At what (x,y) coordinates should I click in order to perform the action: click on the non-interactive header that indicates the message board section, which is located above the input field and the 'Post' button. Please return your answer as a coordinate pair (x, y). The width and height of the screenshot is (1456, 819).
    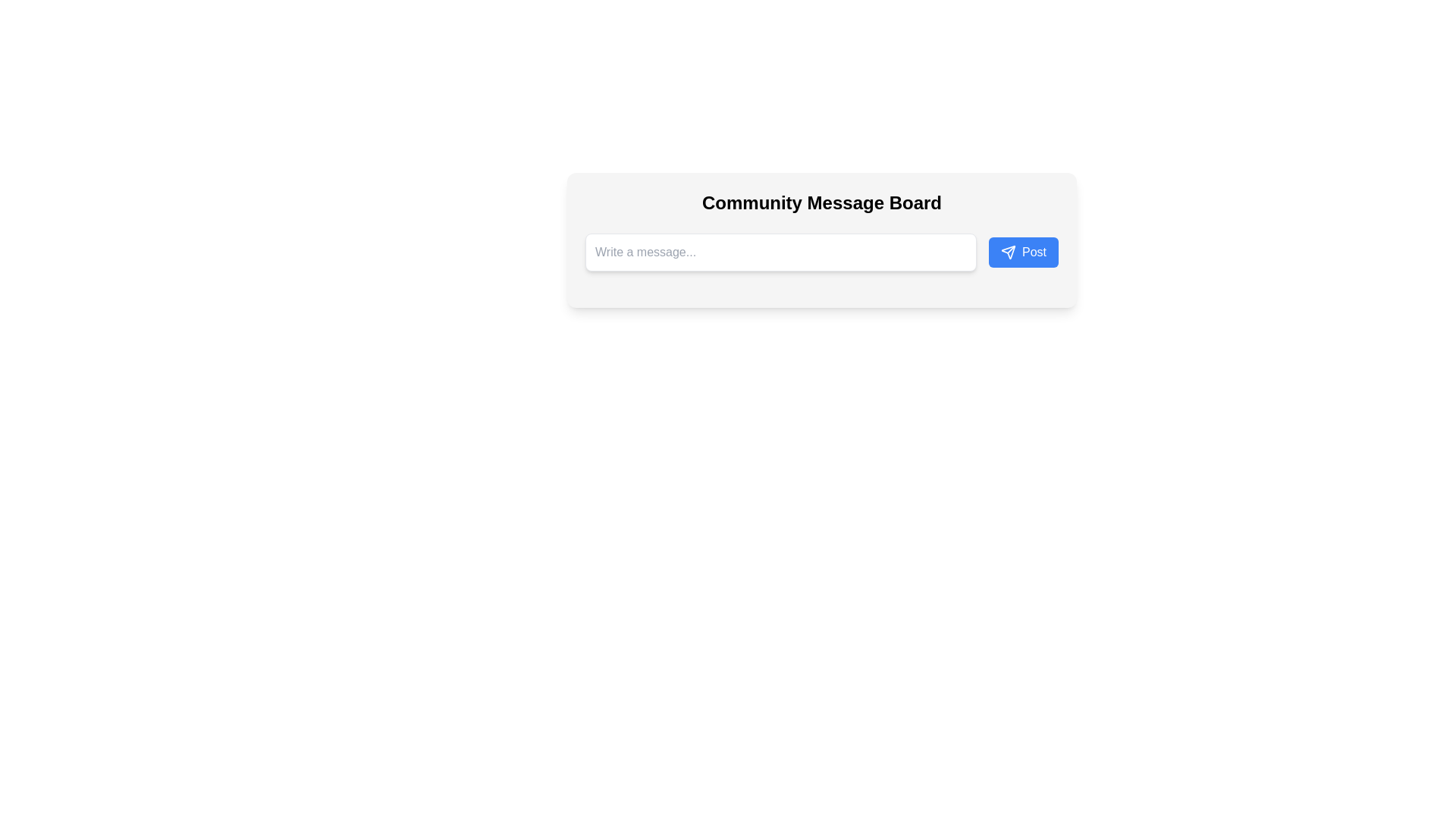
    Looking at the image, I should click on (821, 202).